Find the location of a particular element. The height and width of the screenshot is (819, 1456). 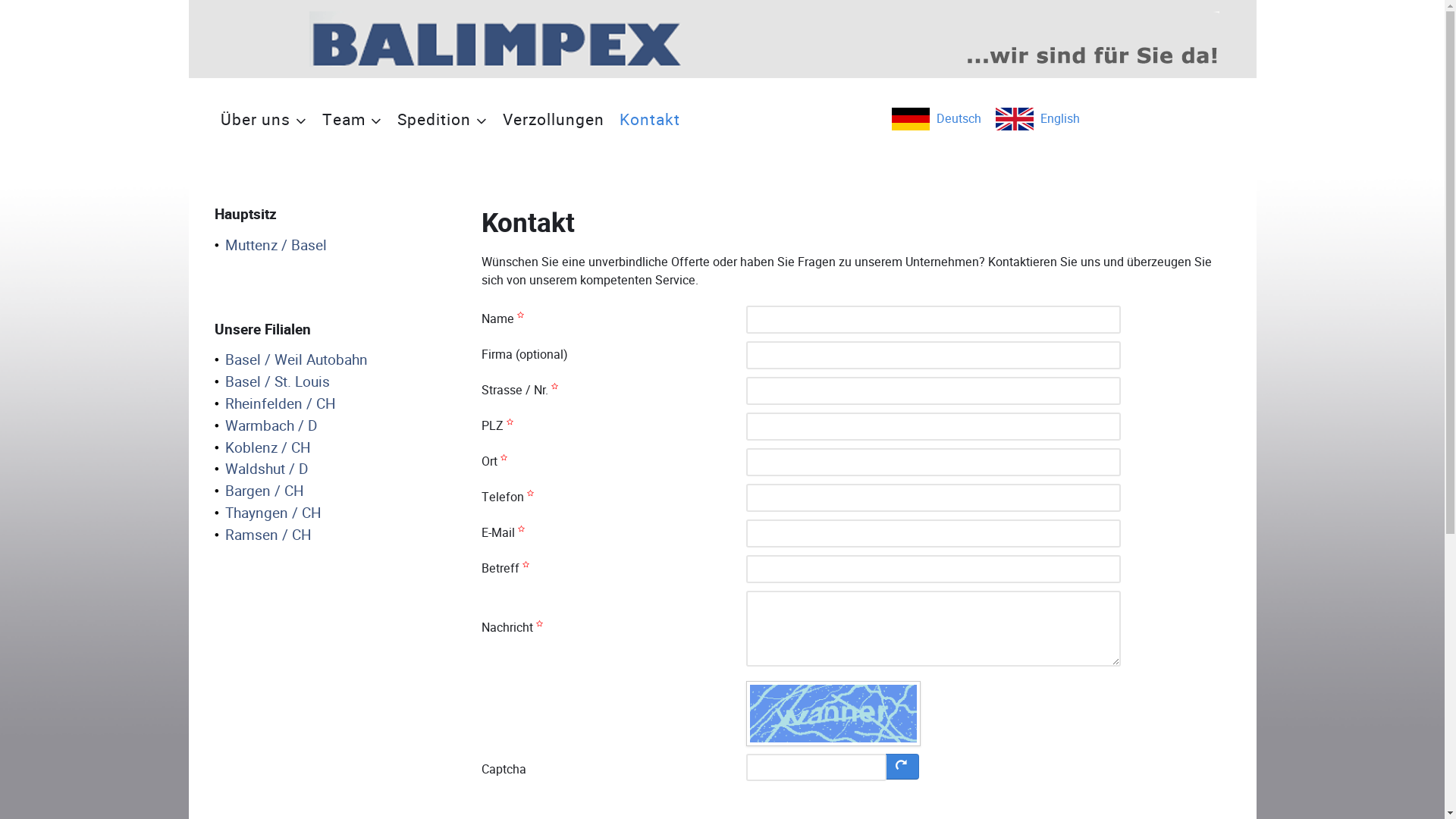

'English' is located at coordinates (1035, 118).